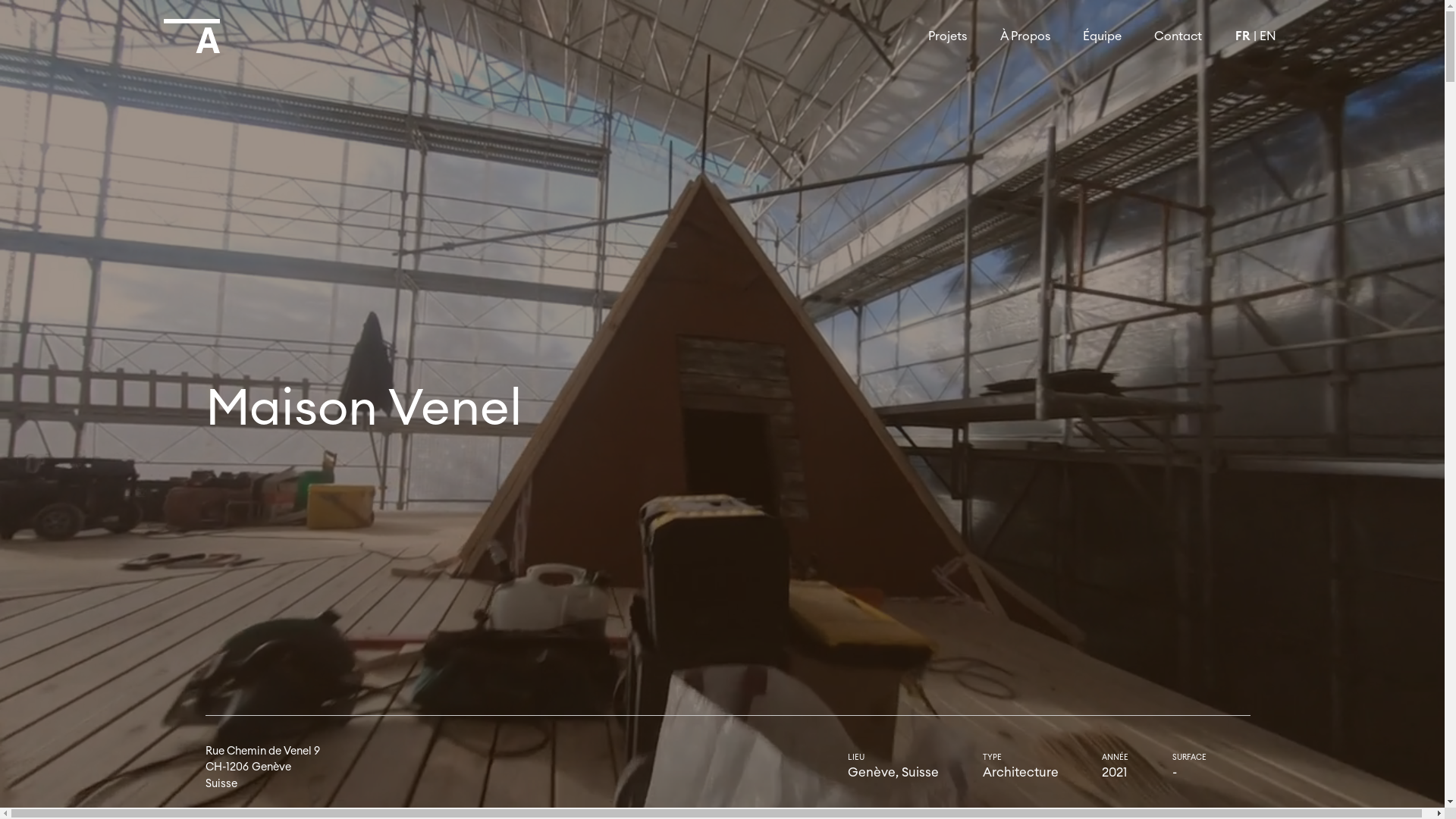 The image size is (1456, 819). What do you see at coordinates (1219, 35) in the screenshot?
I see `'FR | EN'` at bounding box center [1219, 35].